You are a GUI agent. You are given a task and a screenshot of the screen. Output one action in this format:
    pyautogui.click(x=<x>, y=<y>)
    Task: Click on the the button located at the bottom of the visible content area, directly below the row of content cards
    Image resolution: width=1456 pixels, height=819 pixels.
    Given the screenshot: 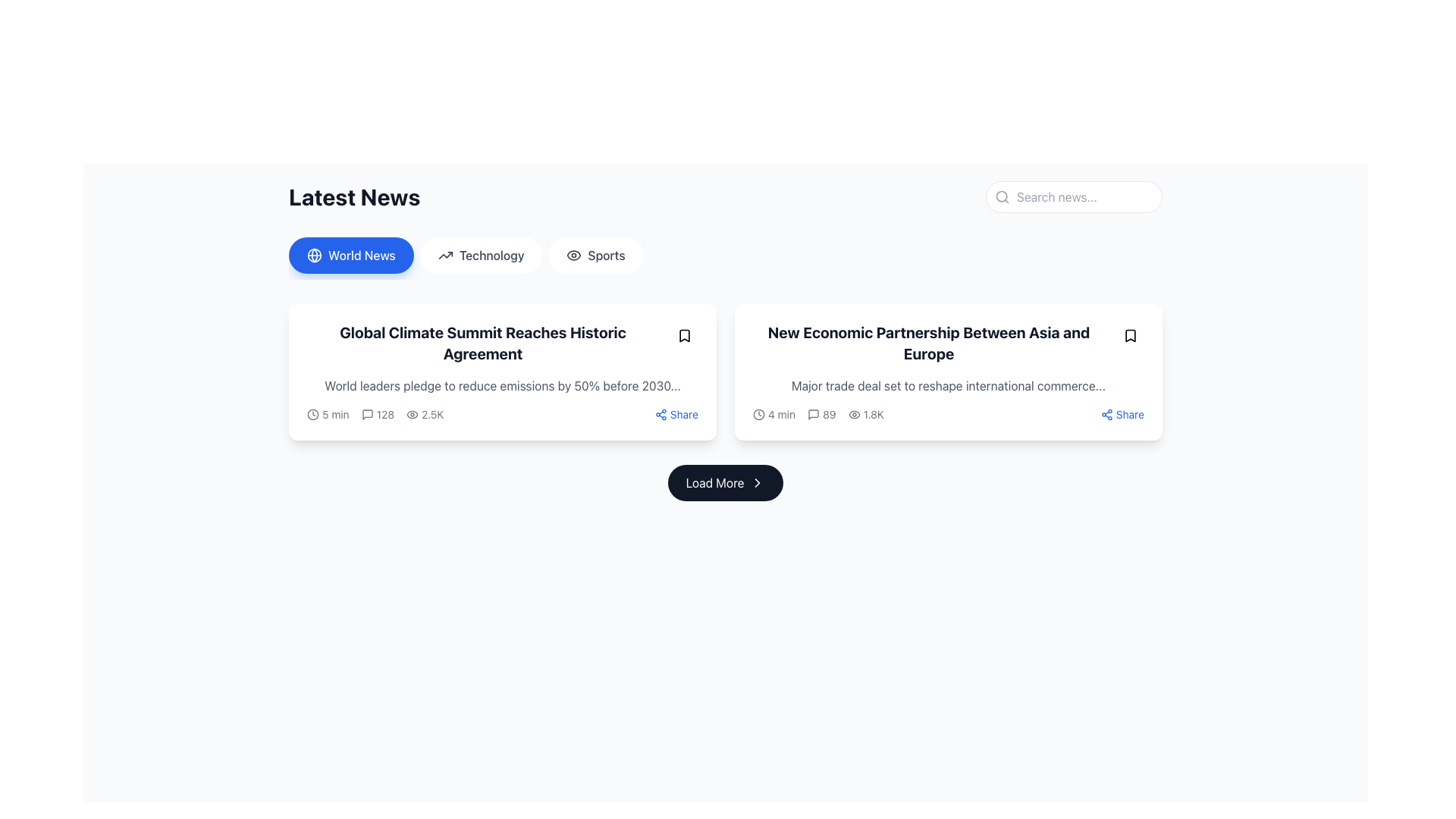 What is the action you would take?
    pyautogui.click(x=724, y=482)
    